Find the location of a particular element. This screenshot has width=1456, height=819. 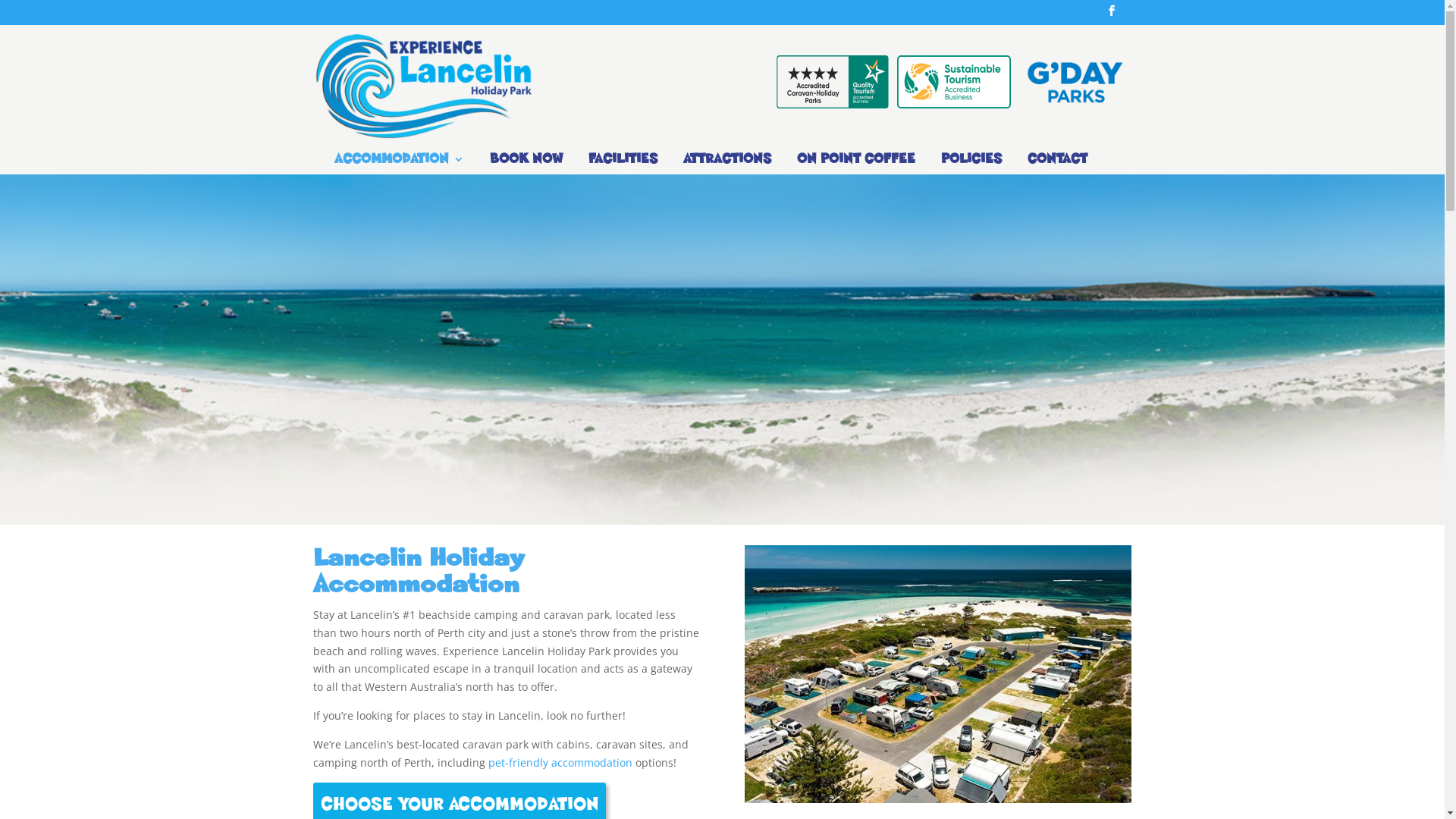

'FACILITIES' is located at coordinates (623, 163).